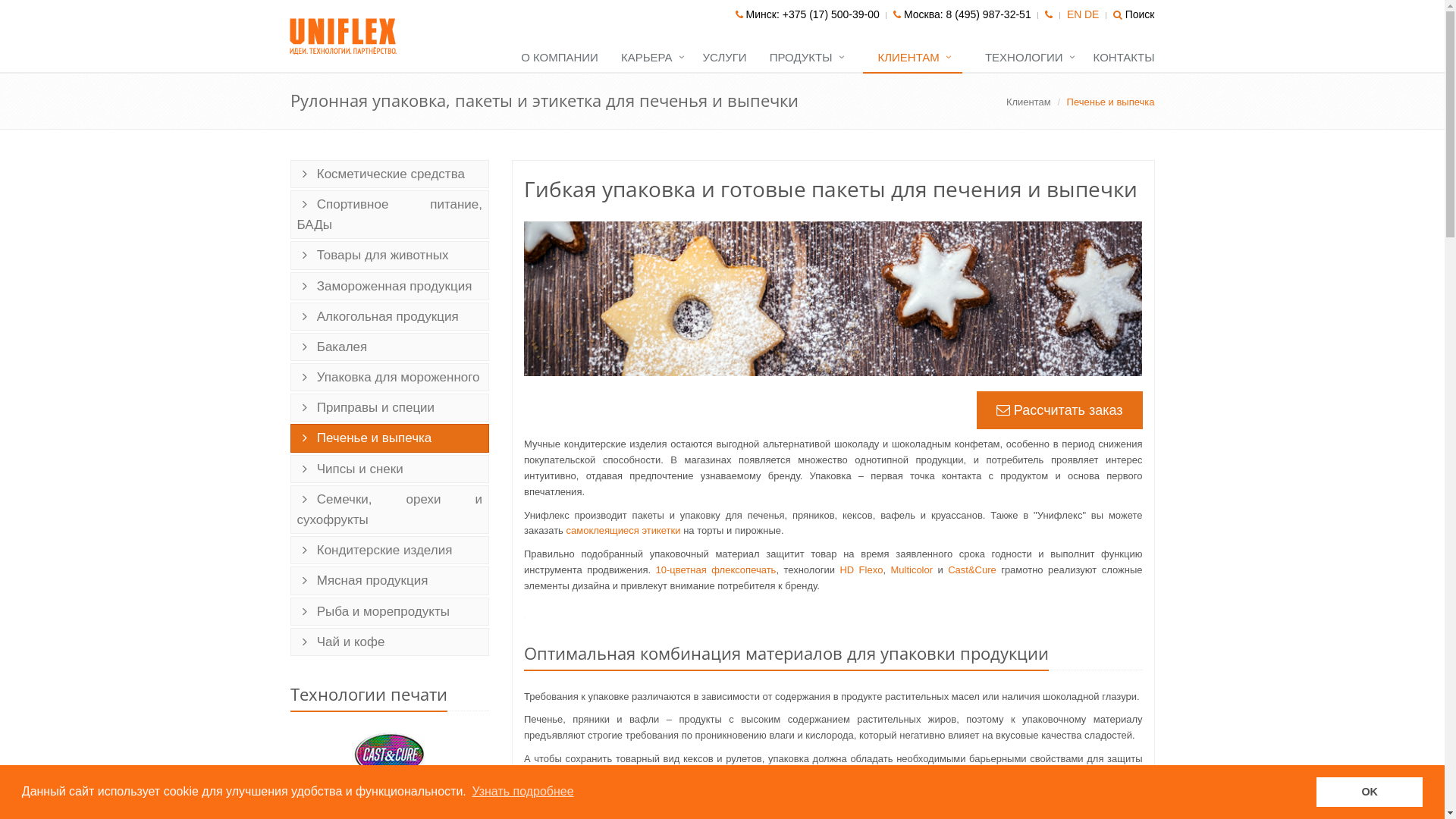 Image resolution: width=1456 pixels, height=819 pixels. I want to click on '+375 (17) 500-39-00', so click(830, 14).